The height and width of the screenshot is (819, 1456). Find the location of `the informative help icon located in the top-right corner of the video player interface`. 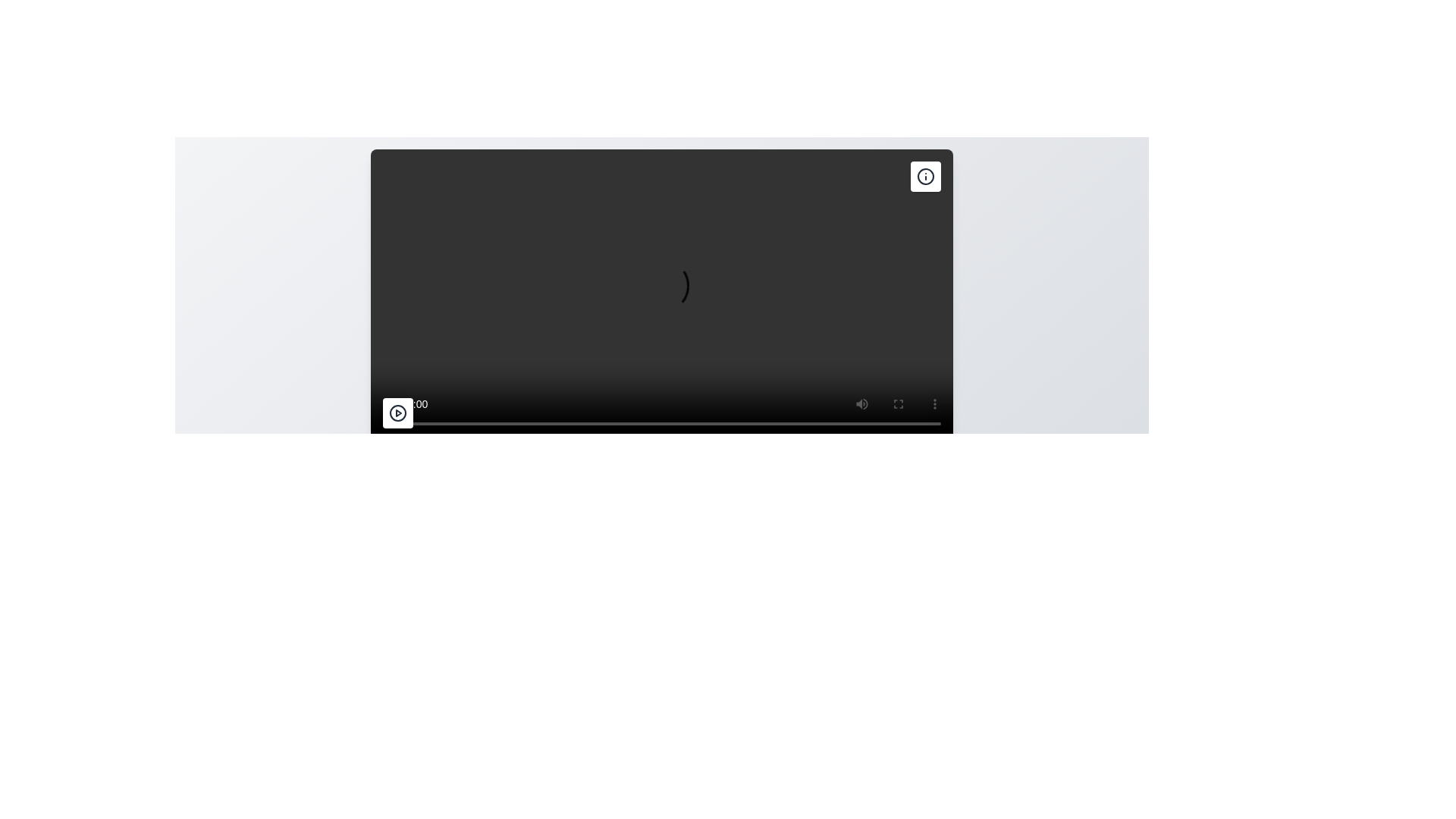

the informative help icon located in the top-right corner of the video player interface is located at coordinates (924, 175).